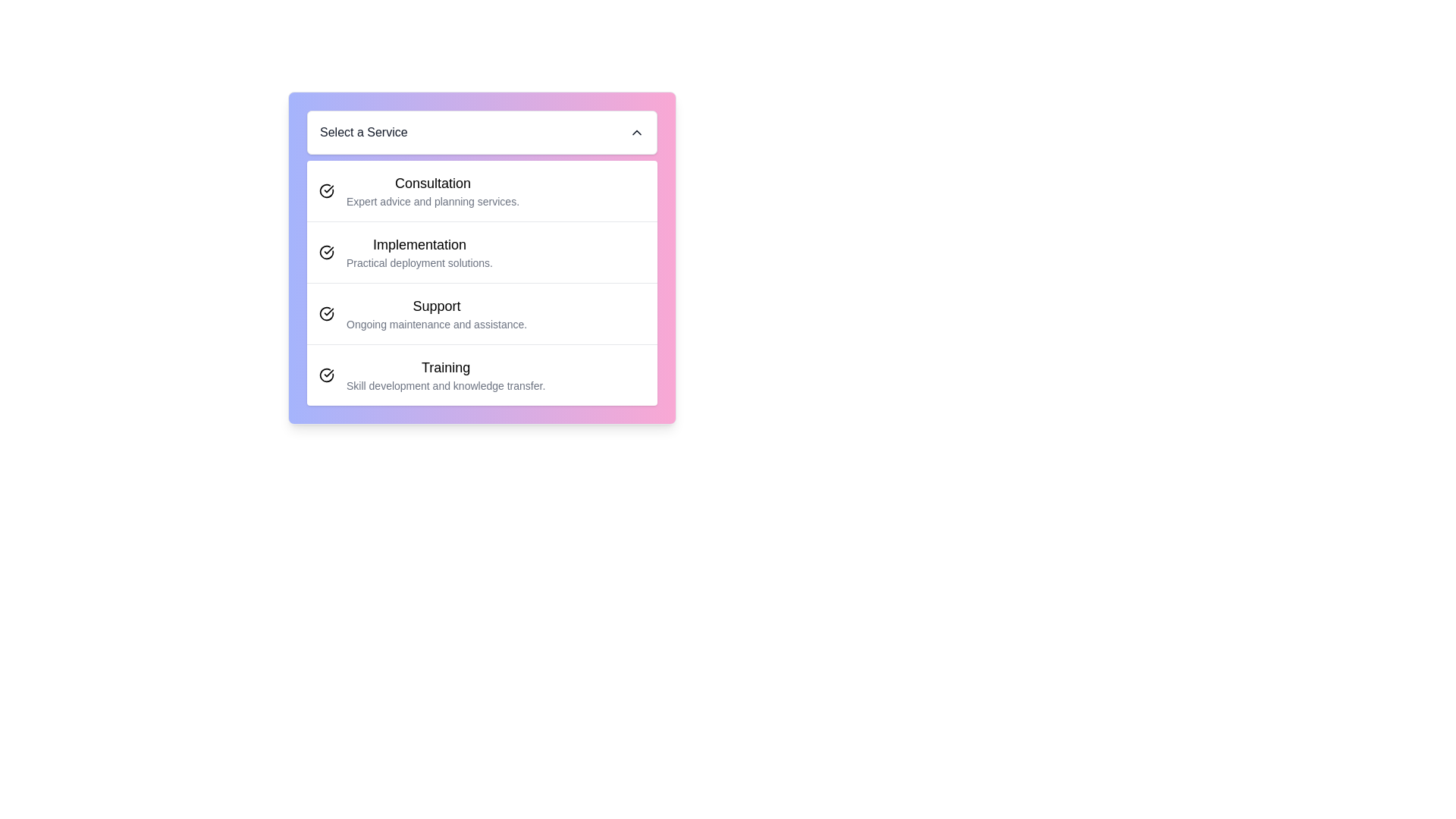  What do you see at coordinates (481, 251) in the screenshot?
I see `the second Menu/List Item labeled 'Implementation' which contains a black text label and an icon depicting a circular arrow with a checkmark` at bounding box center [481, 251].